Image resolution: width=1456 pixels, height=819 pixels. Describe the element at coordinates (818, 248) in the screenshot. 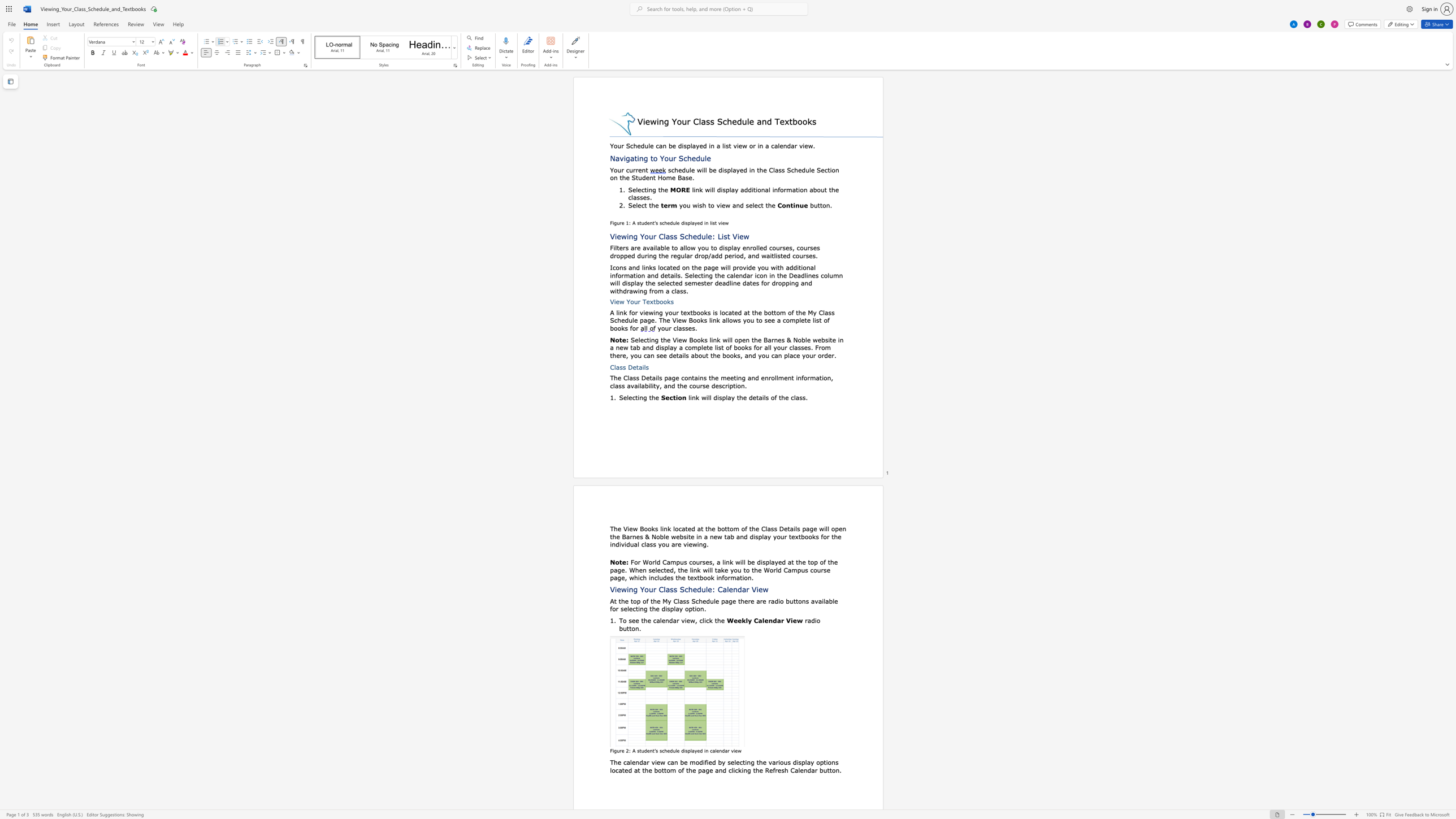

I see `the 6th character "s" in the text` at that location.